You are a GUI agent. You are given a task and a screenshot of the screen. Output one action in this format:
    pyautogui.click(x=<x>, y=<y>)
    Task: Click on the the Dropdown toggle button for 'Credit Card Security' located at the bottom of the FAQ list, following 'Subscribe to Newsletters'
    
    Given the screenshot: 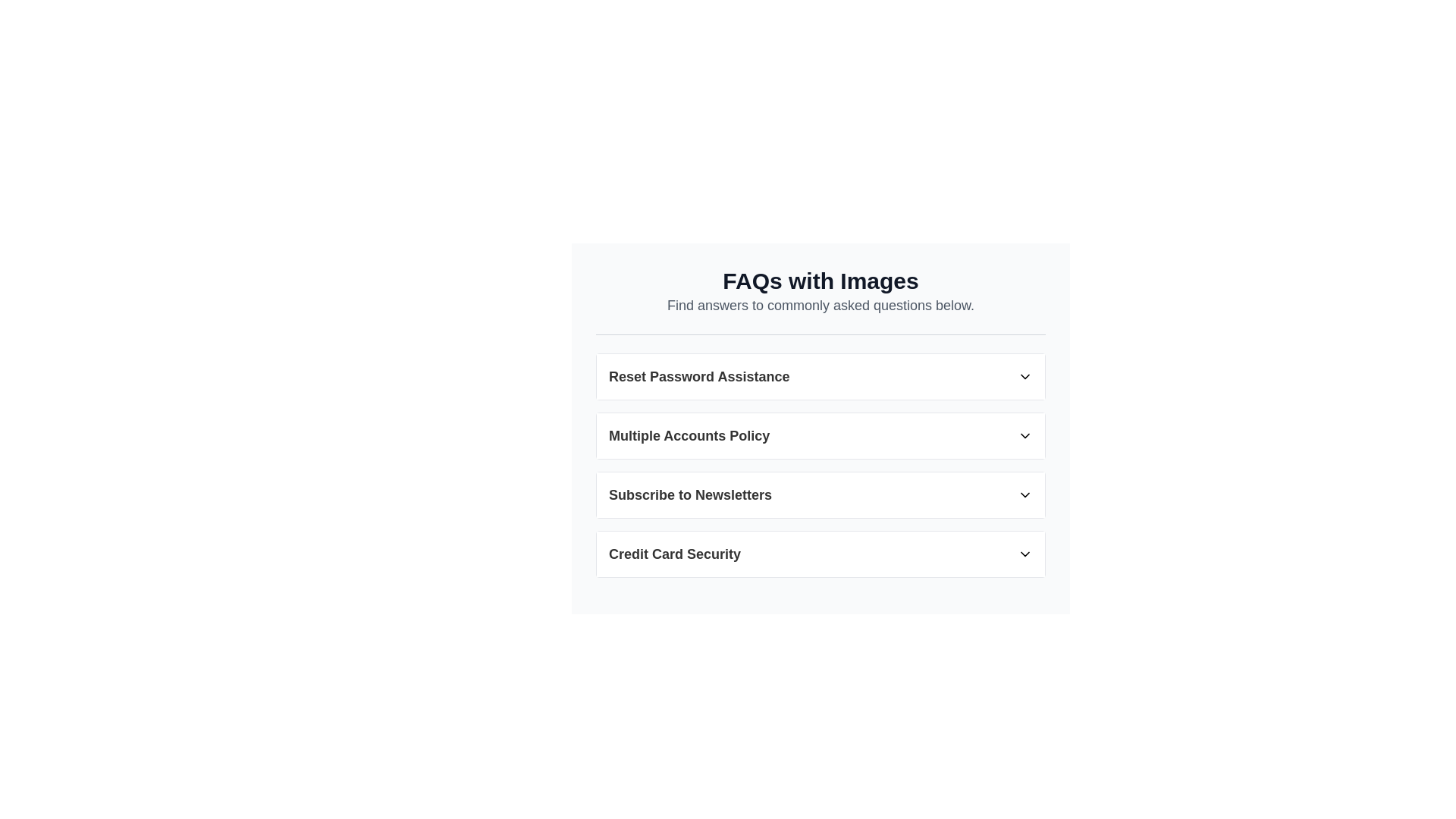 What is the action you would take?
    pyautogui.click(x=820, y=554)
    